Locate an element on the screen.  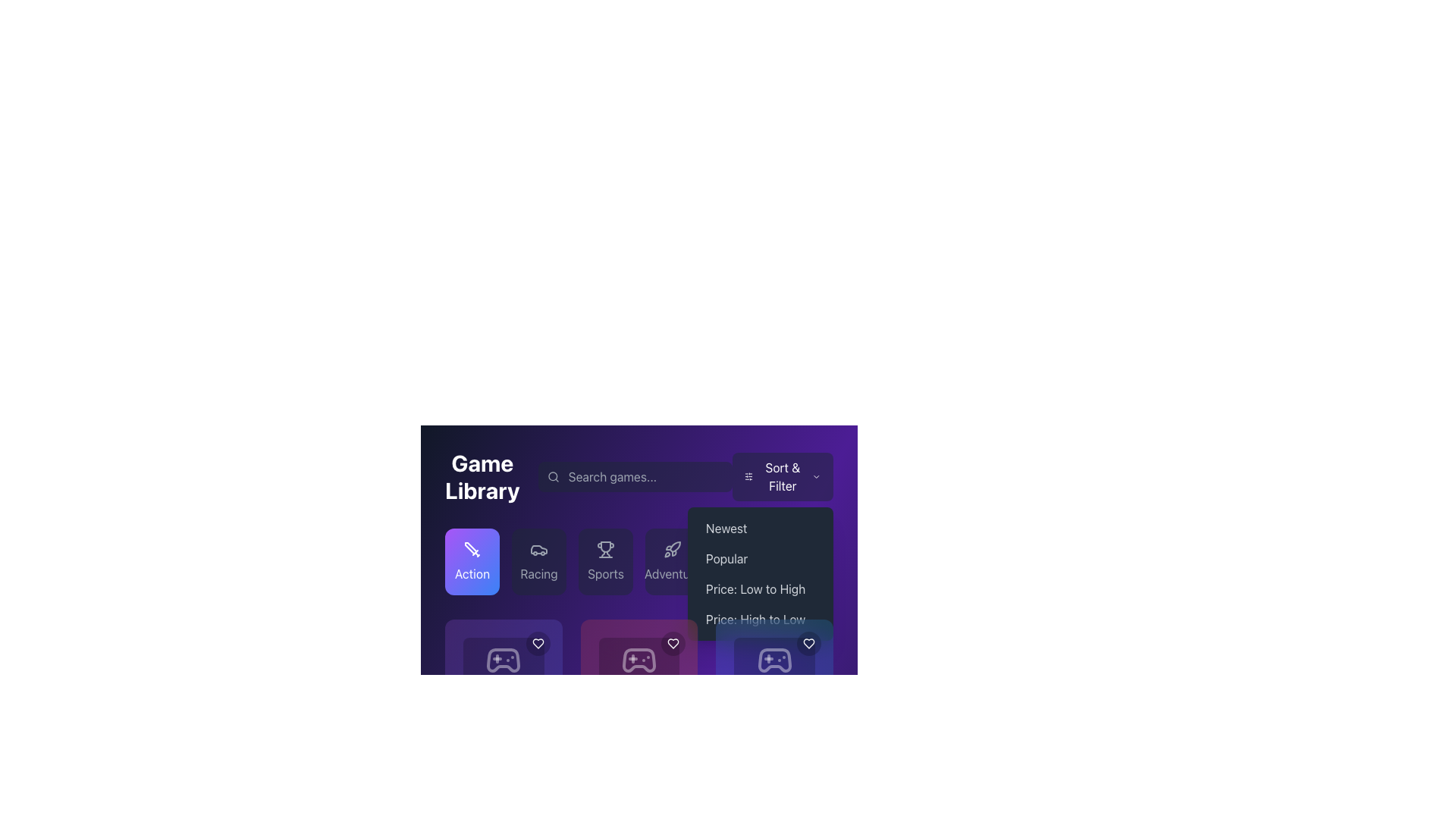
the 'Sort & Filter' button located at the top-right corner of the 'Game Library' section is located at coordinates (783, 475).